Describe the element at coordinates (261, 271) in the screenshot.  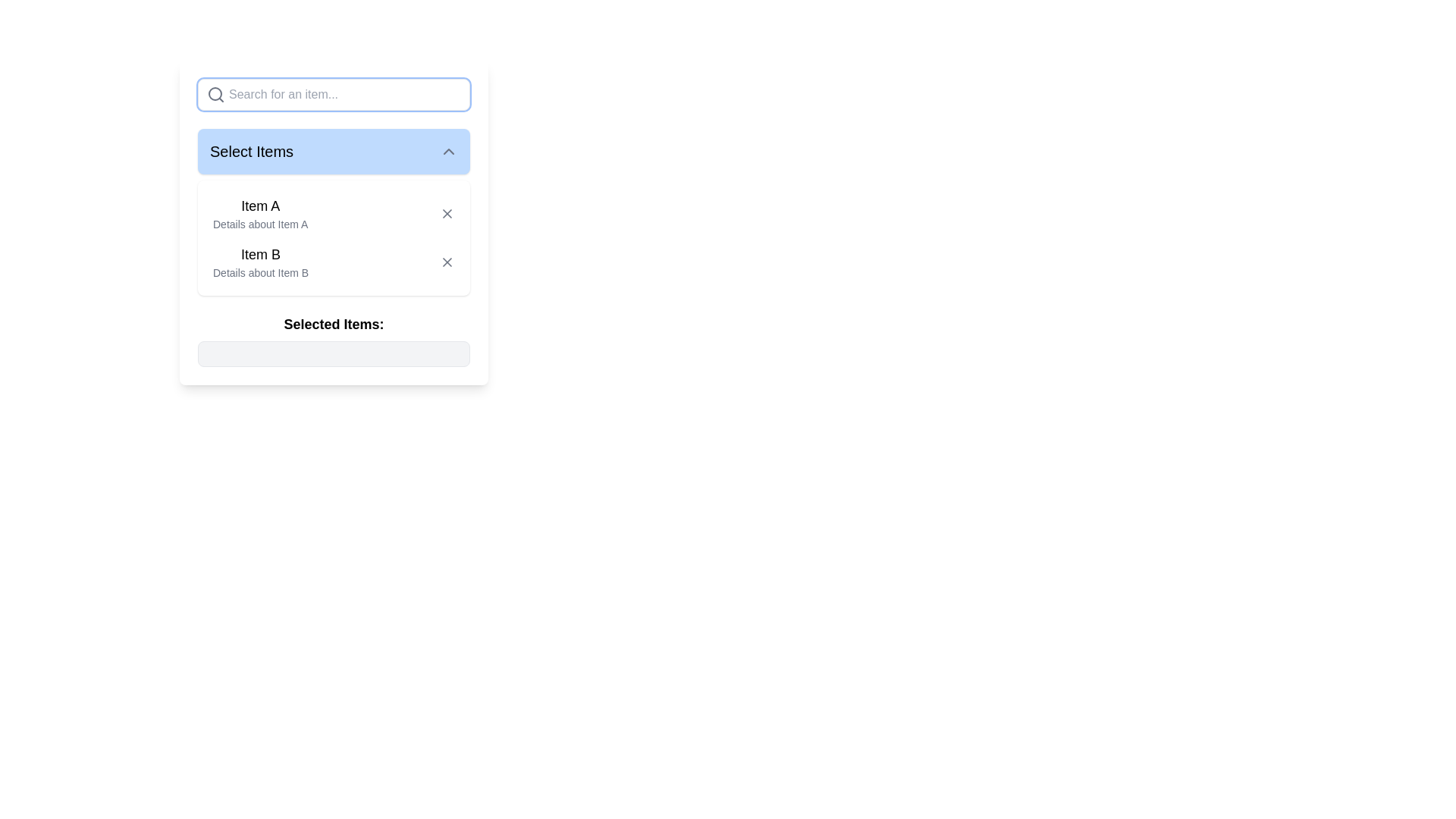
I see `the static text label displaying 'Details about Item B', which is positioned directly below the main label 'Item B'` at that location.